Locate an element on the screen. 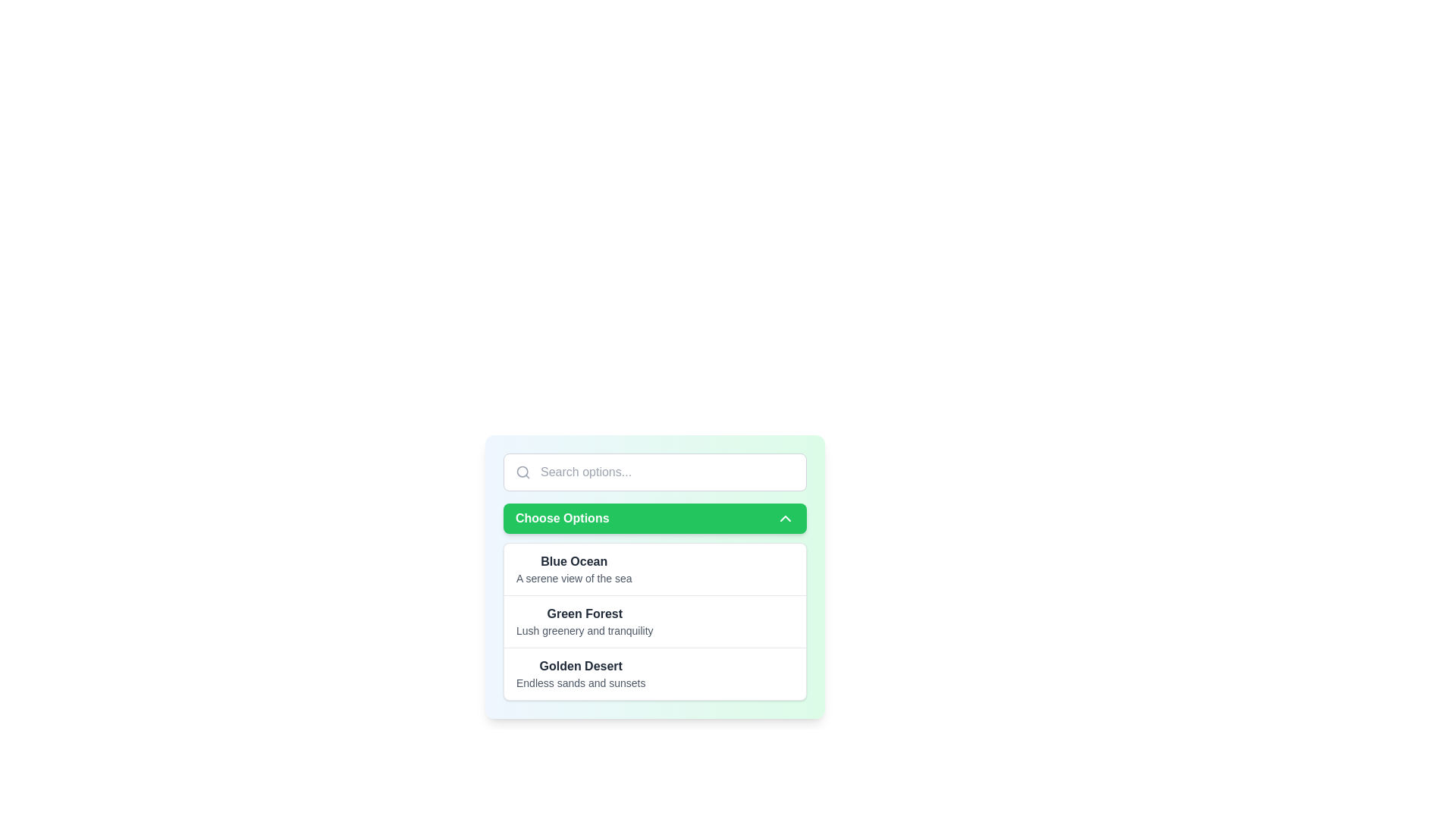  the static text label describing the option 'Green Forest', which is positioned within a dropdown interface beneath the green button labeled 'Choose Options' is located at coordinates (584, 614).